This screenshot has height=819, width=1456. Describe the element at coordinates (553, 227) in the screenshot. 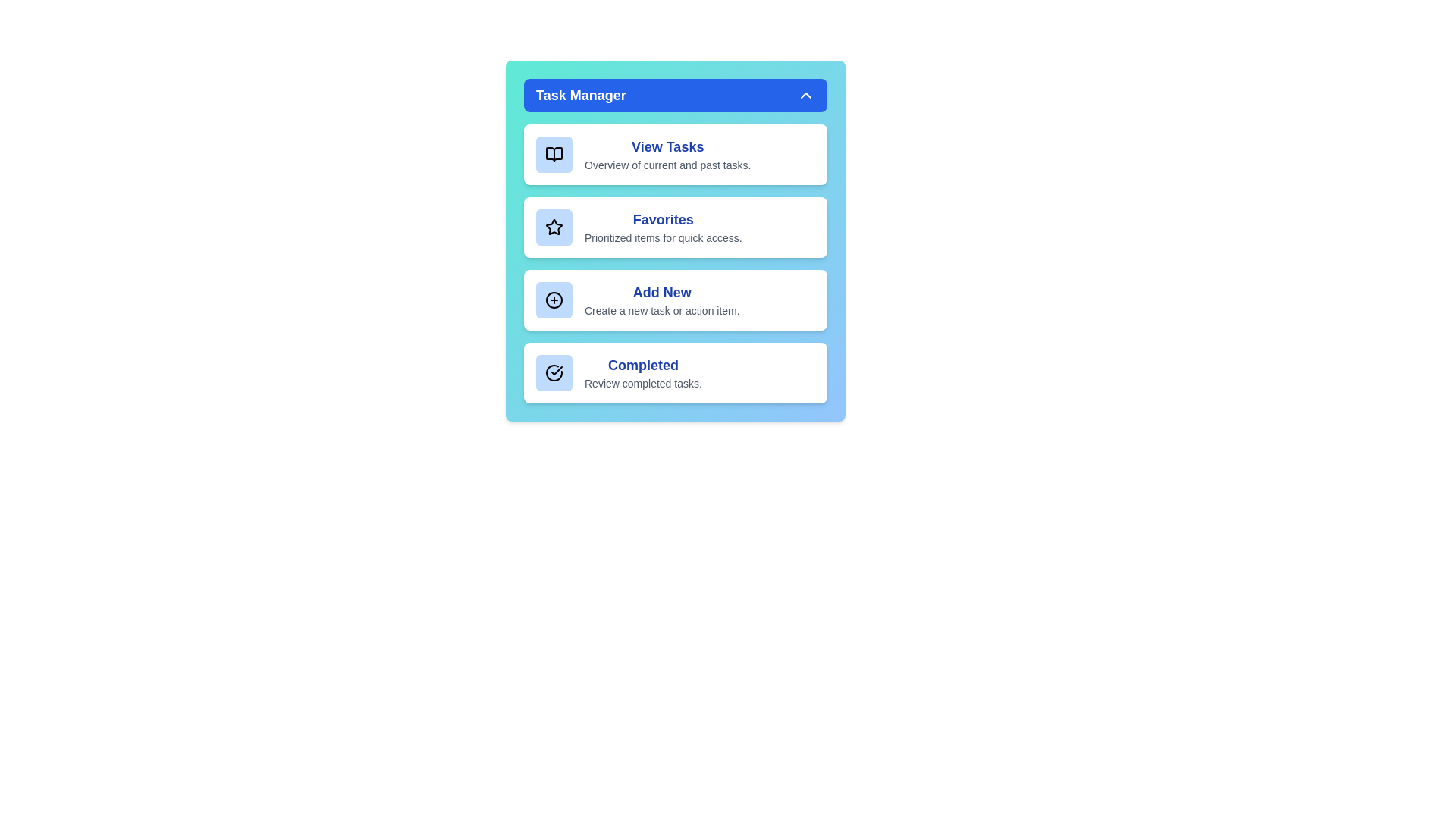

I see `the icon associated with the Favorites list item` at that location.